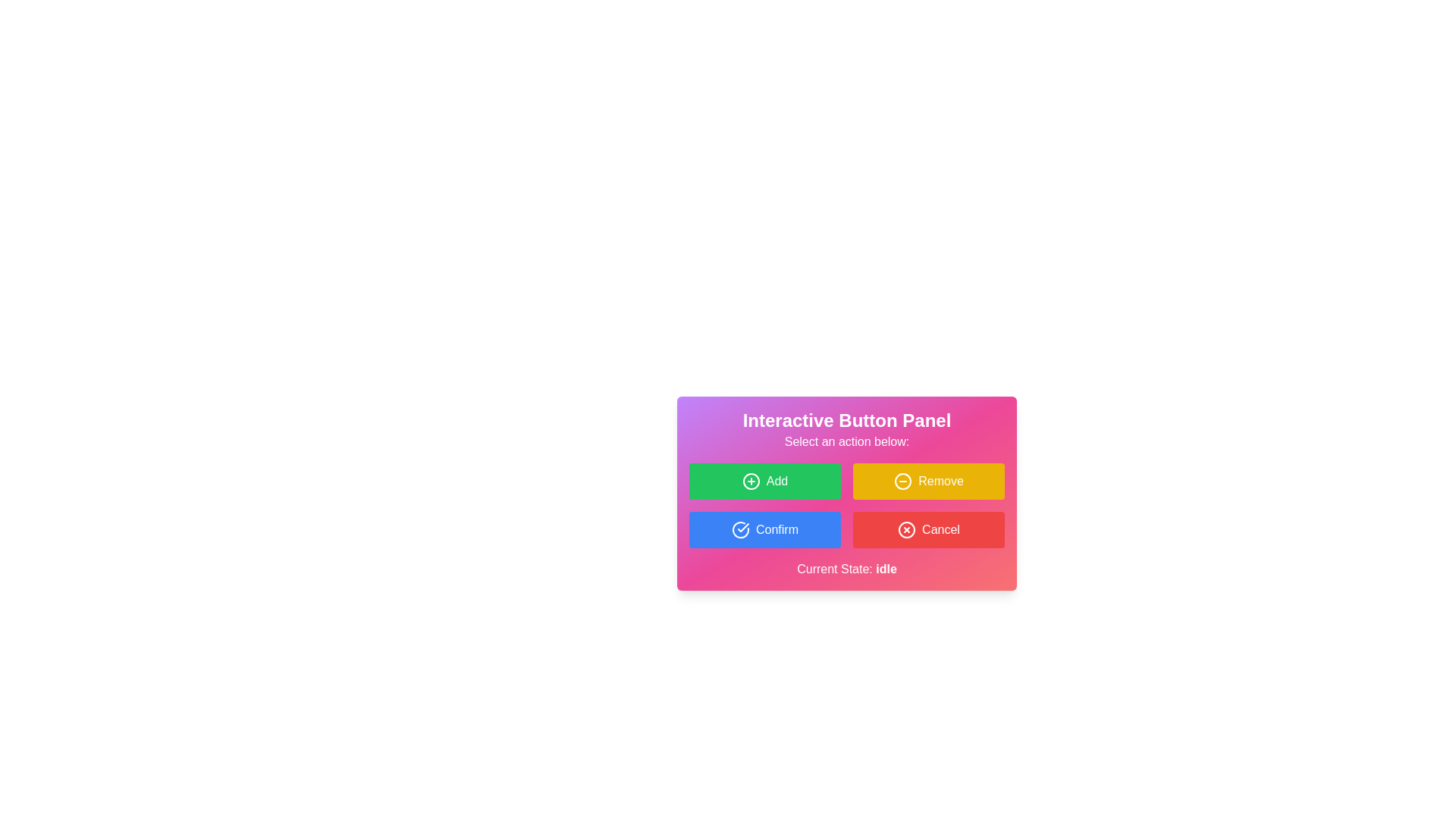 The width and height of the screenshot is (1456, 819). I want to click on the bolded text label 'idle' which indicates the current state of the system, displayed within the text block 'Current State: idle', so click(886, 569).